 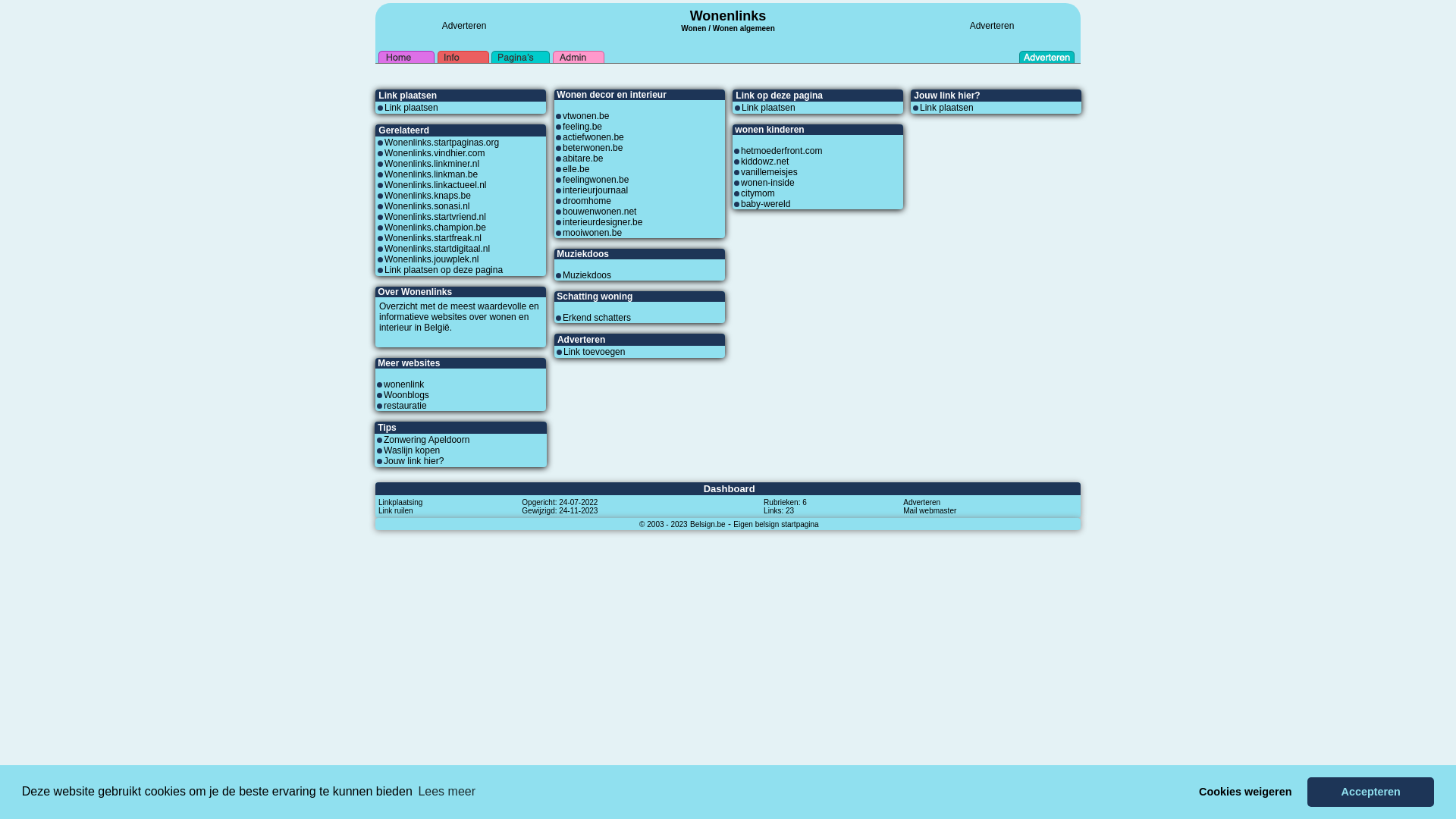 I want to click on 'interieurdesigner.be', so click(x=601, y=222).